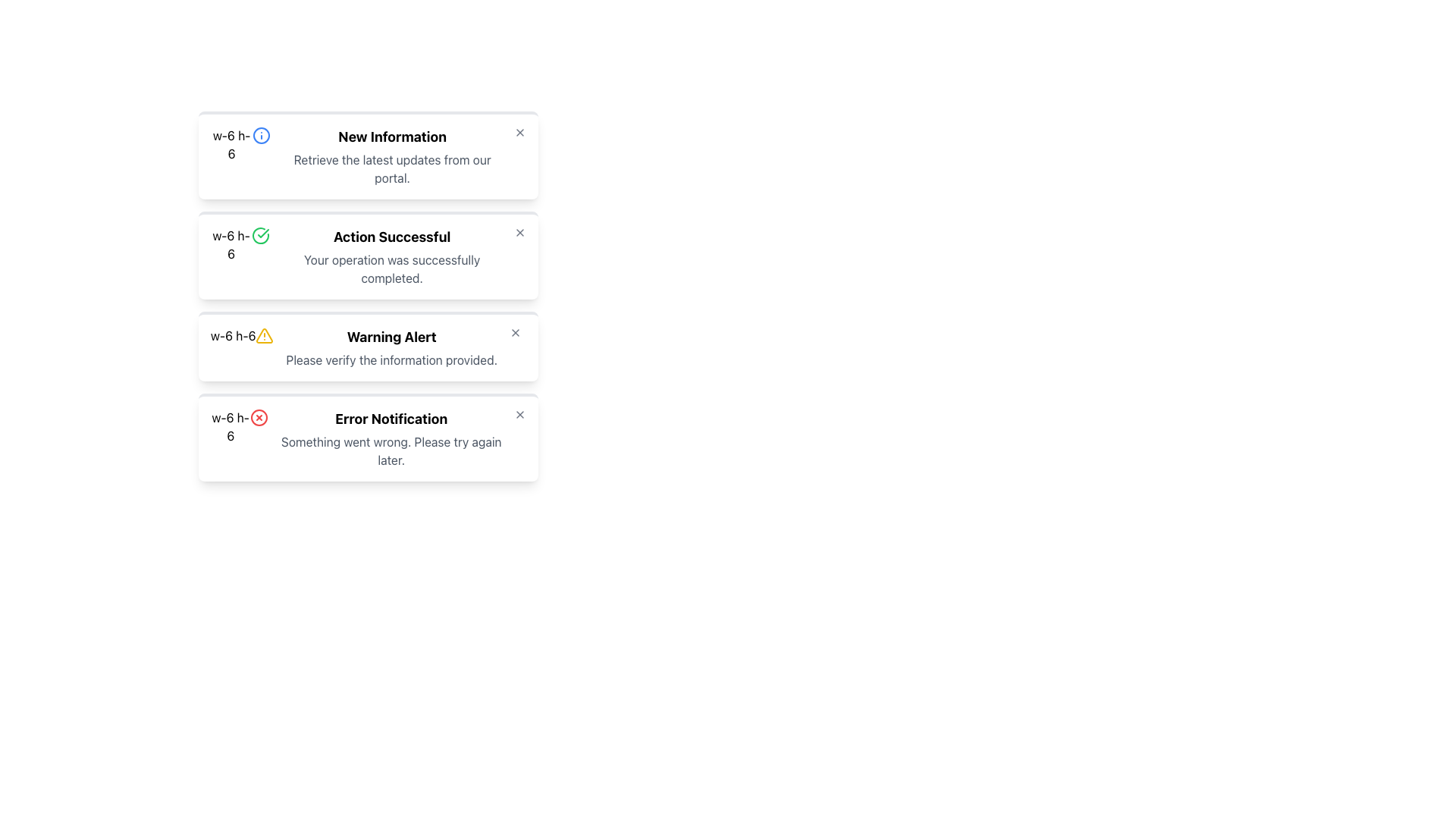 This screenshot has width=1456, height=819. What do you see at coordinates (391, 419) in the screenshot?
I see `the 'Error Notification' text label for accessibility by moving the cursor to its center point` at bounding box center [391, 419].